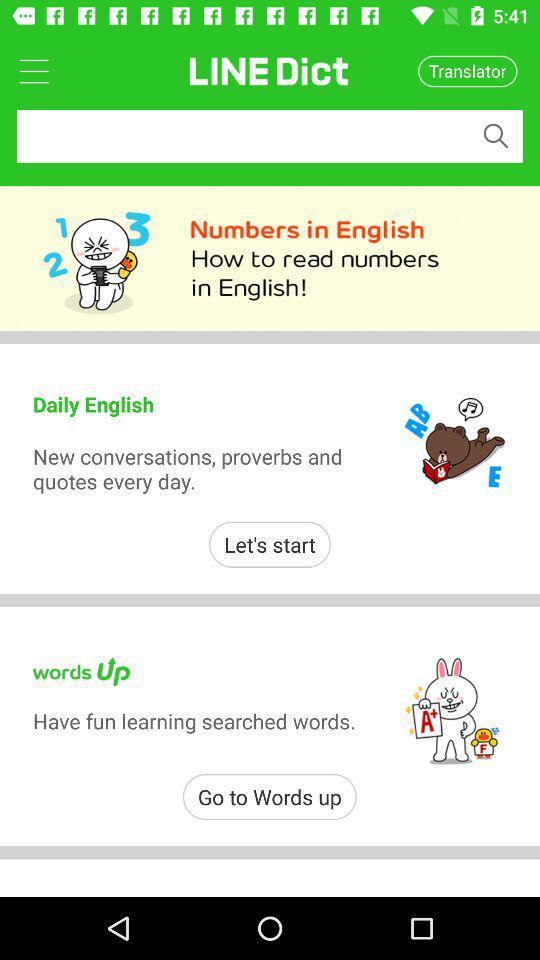  Describe the element at coordinates (33, 70) in the screenshot. I see `open dropdown menu` at that location.